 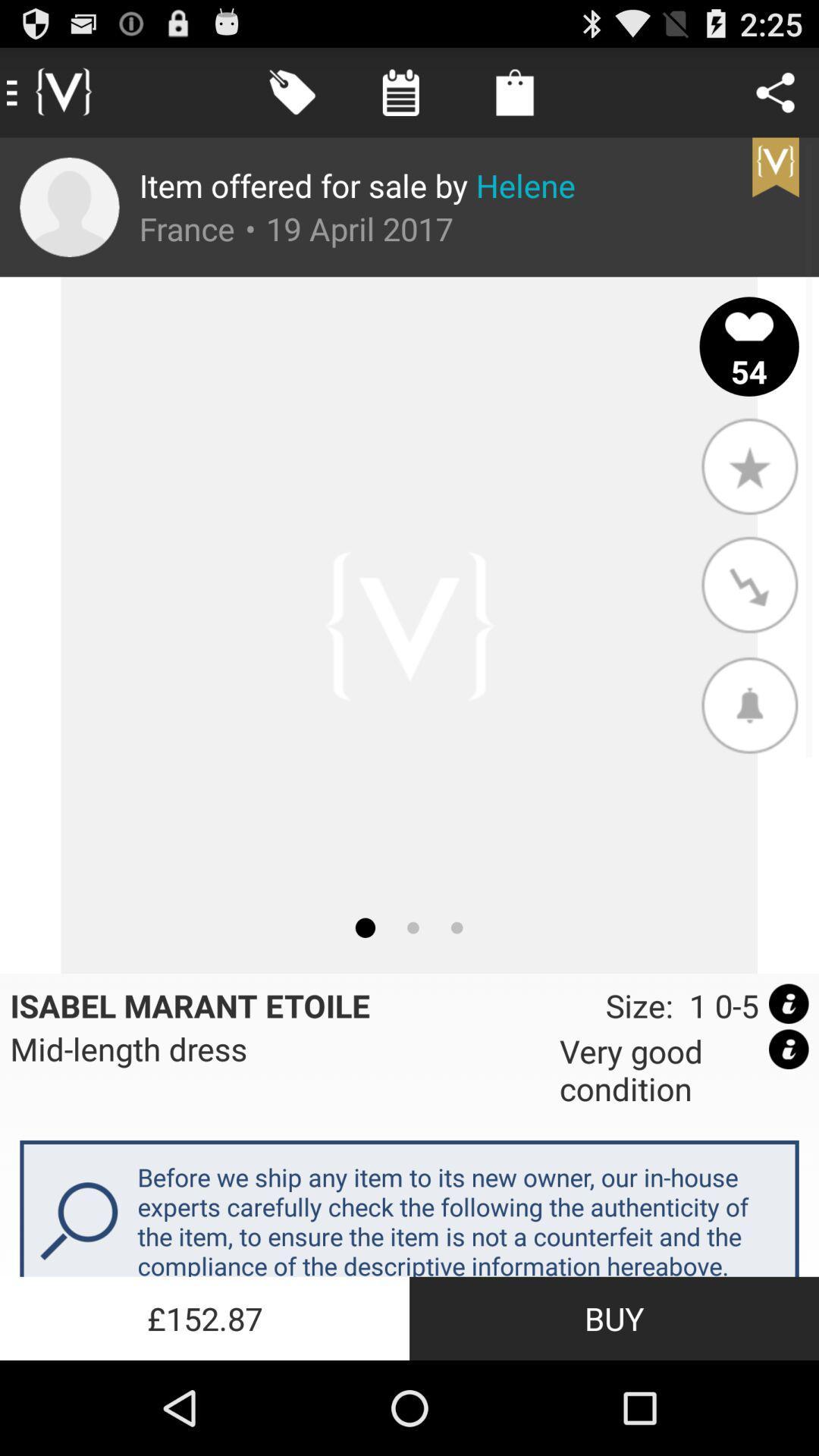 What do you see at coordinates (69, 206) in the screenshot?
I see `the app to the left of the item offered for app` at bounding box center [69, 206].